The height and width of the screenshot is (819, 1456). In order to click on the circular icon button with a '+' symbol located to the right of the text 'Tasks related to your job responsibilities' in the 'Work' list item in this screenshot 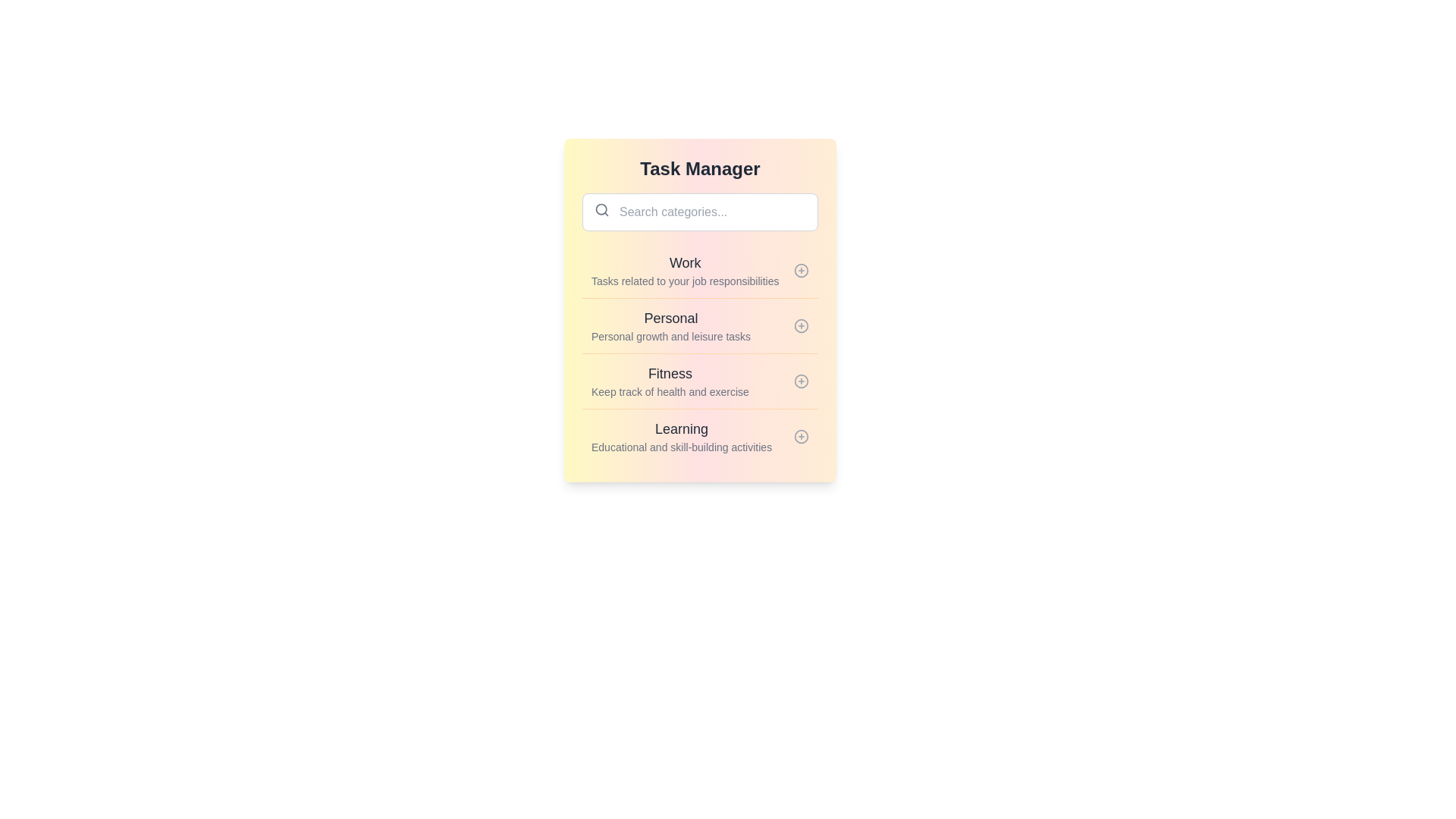, I will do `click(800, 270)`.